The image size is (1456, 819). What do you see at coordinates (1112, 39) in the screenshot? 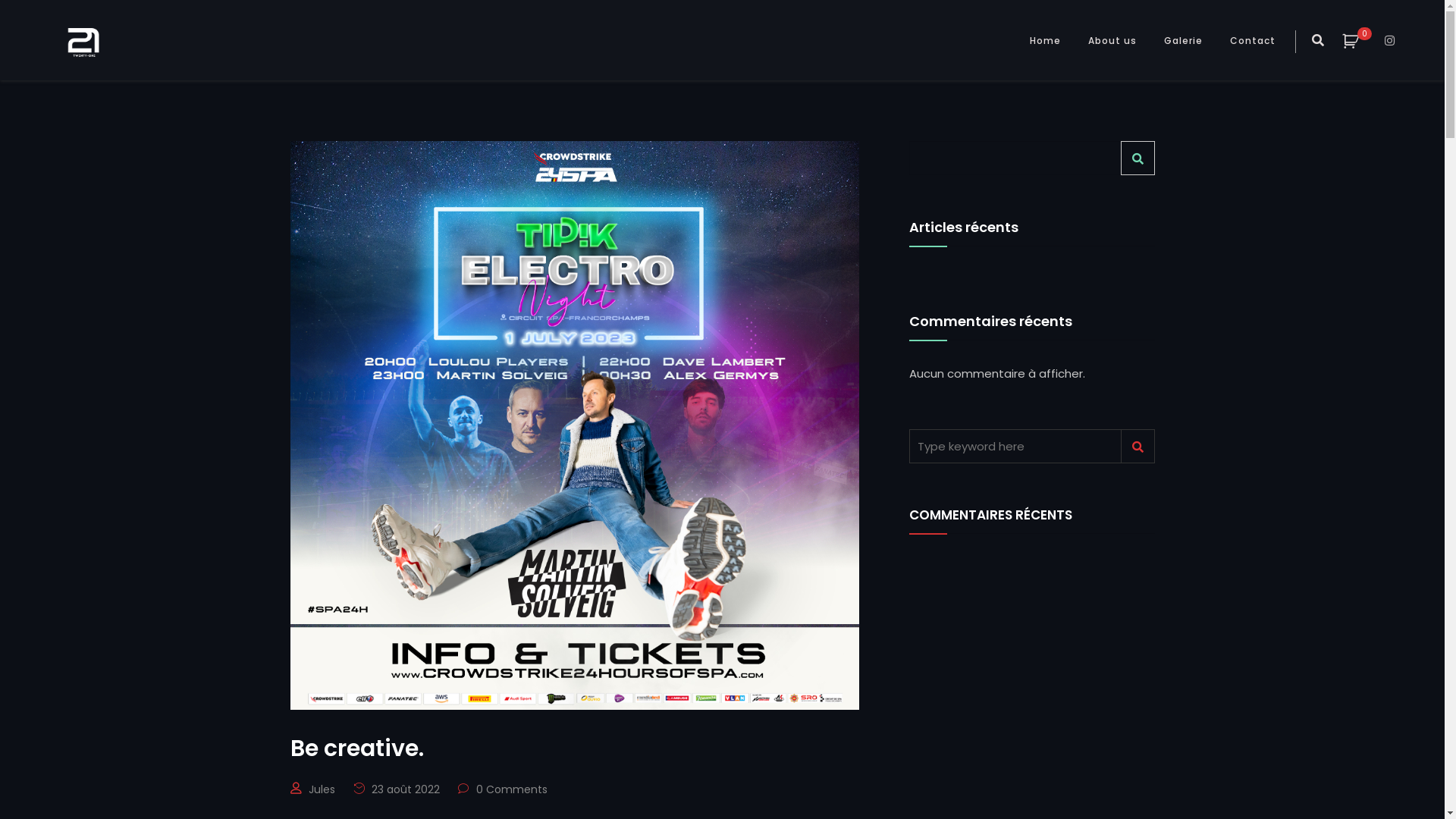
I see `'About us'` at bounding box center [1112, 39].